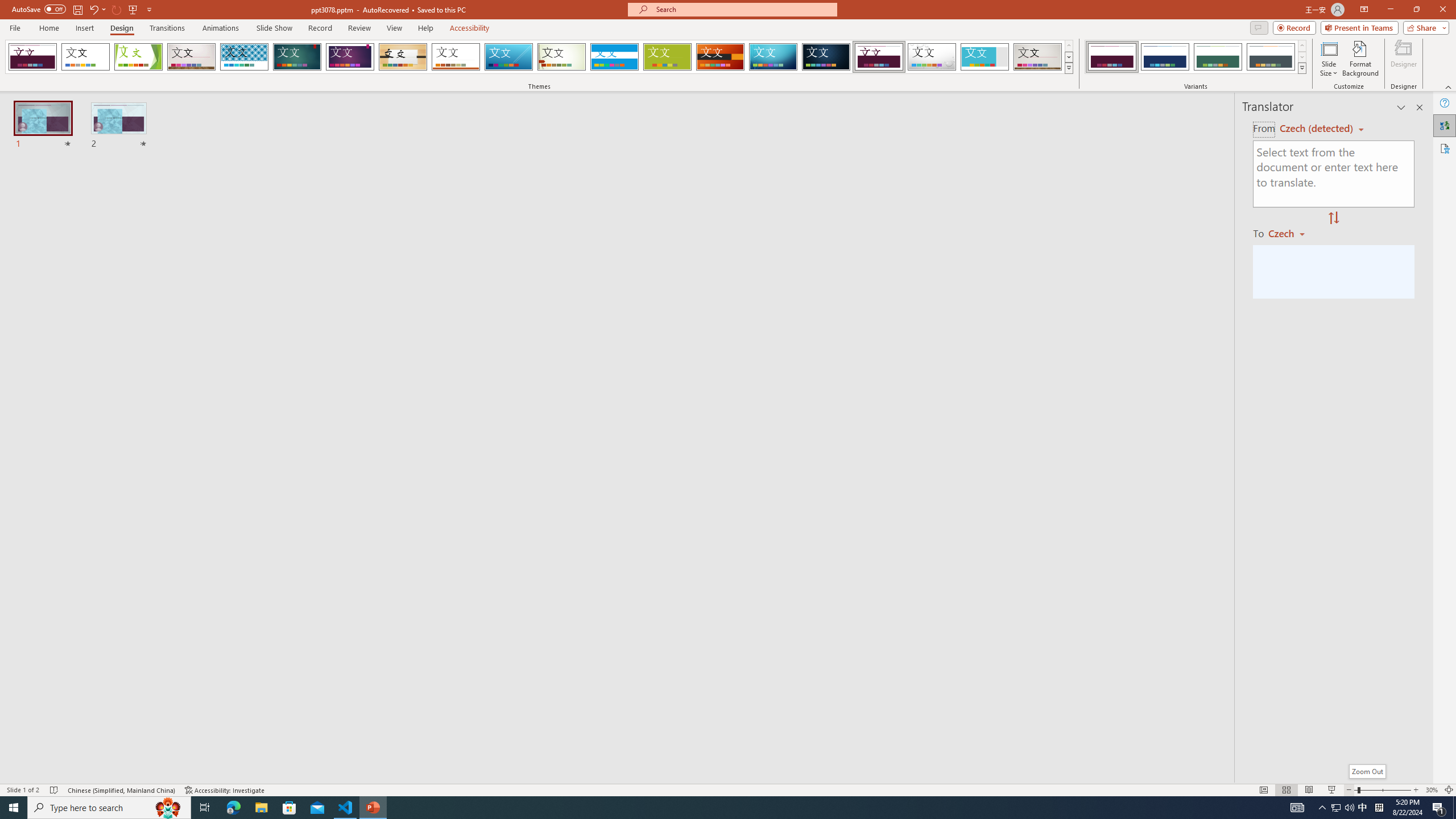 This screenshot has height=819, width=1456. What do you see at coordinates (1217, 56) in the screenshot?
I see `'Dividend Variant 3'` at bounding box center [1217, 56].